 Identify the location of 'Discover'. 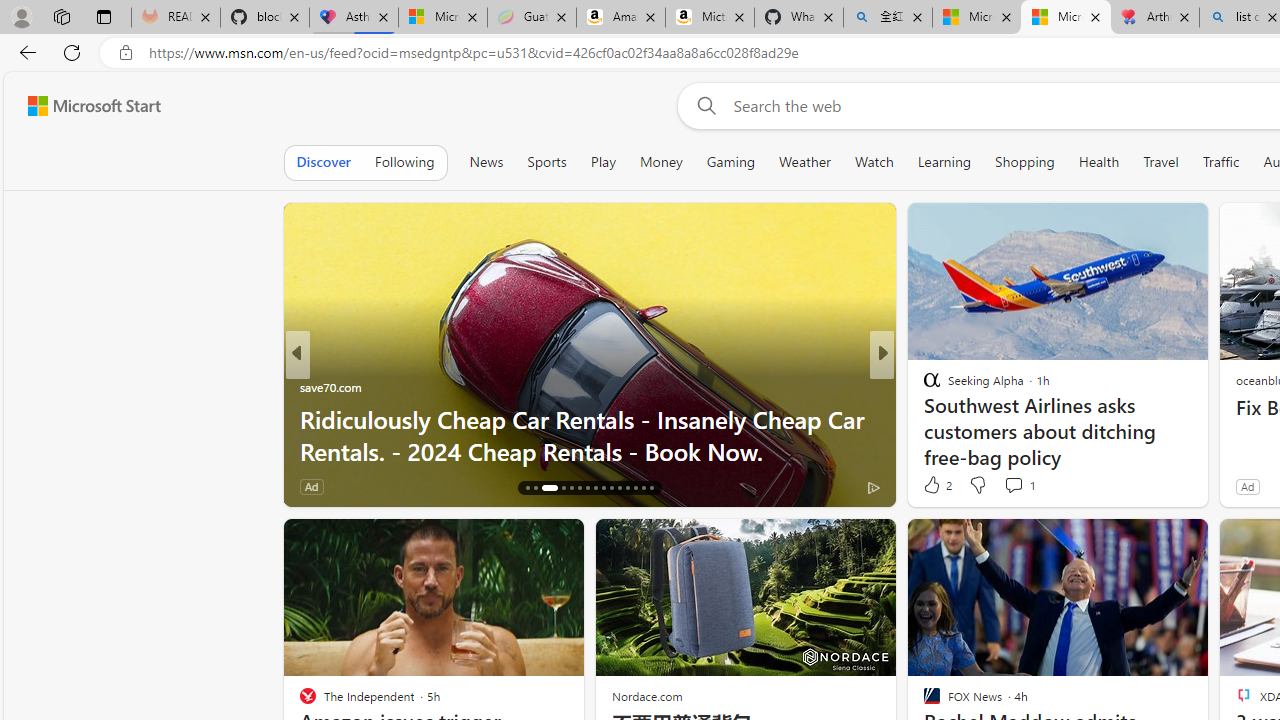
(323, 161).